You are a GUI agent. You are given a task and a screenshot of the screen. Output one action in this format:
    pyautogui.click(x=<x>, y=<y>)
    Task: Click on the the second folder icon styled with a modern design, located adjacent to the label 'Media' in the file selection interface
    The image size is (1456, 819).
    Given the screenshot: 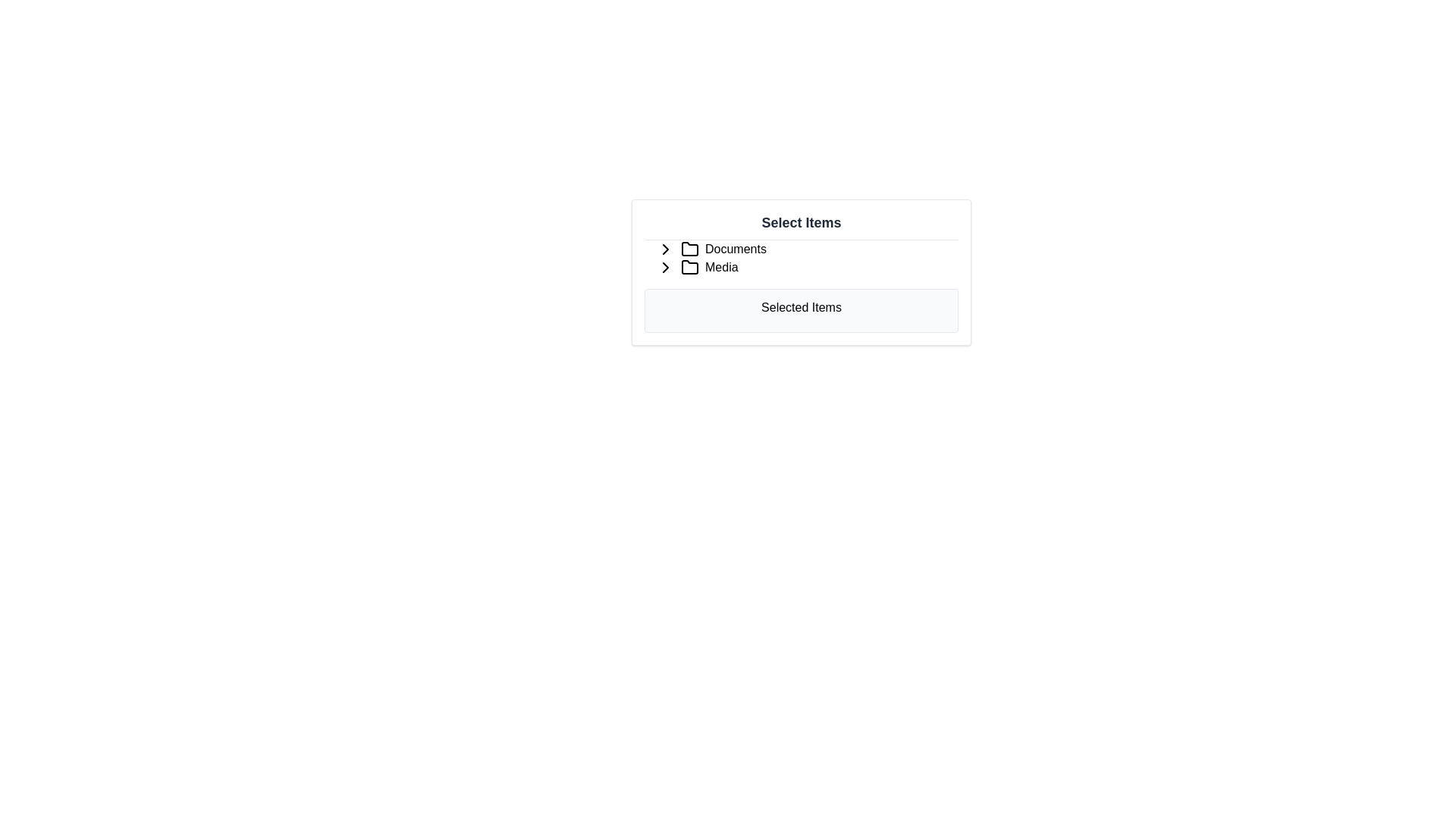 What is the action you would take?
    pyautogui.click(x=689, y=265)
    